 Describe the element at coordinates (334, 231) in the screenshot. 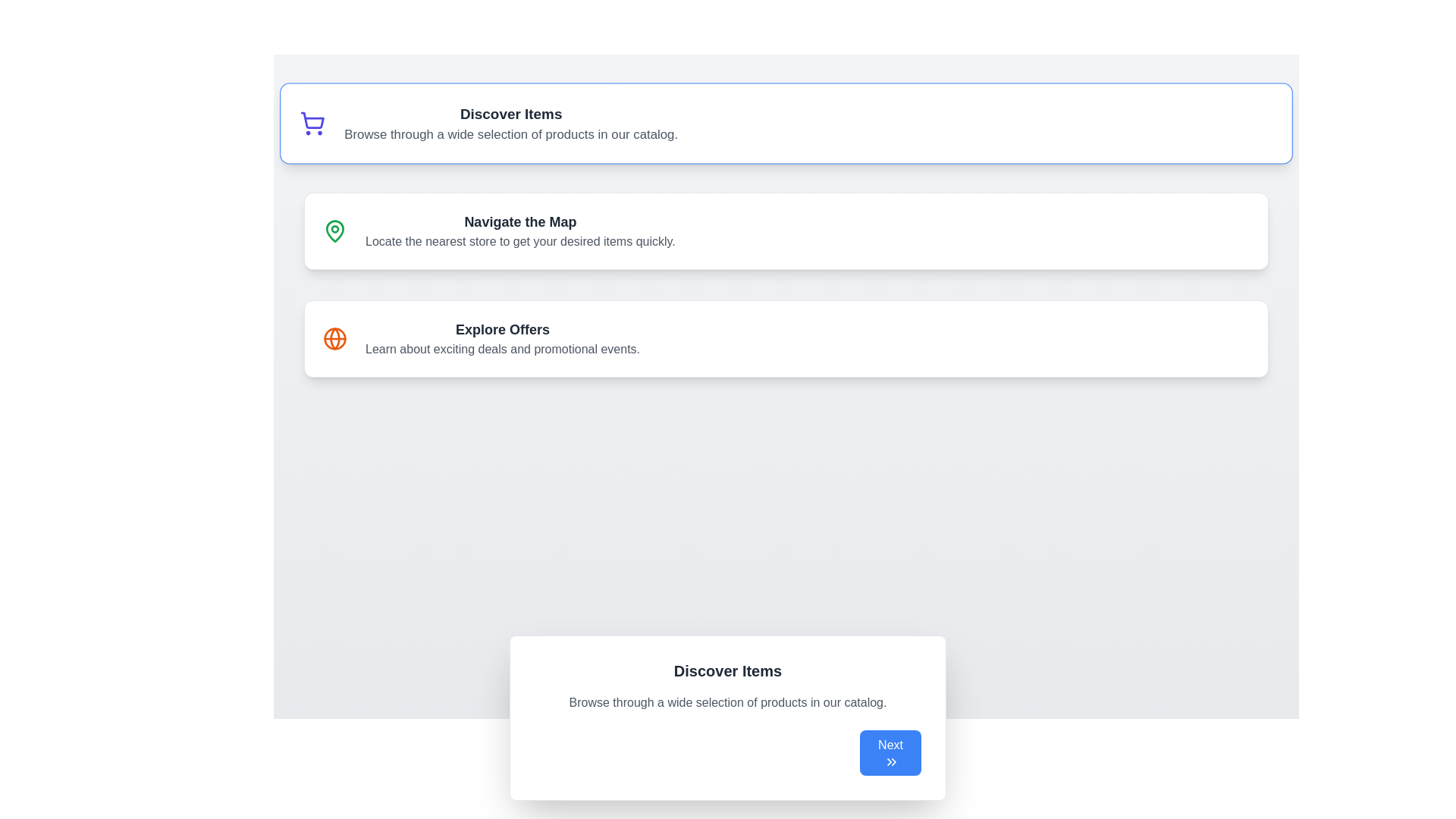

I see `the icon representing 'Navigate the Map', which is the second menu option in a horizontally aligned menu` at that location.